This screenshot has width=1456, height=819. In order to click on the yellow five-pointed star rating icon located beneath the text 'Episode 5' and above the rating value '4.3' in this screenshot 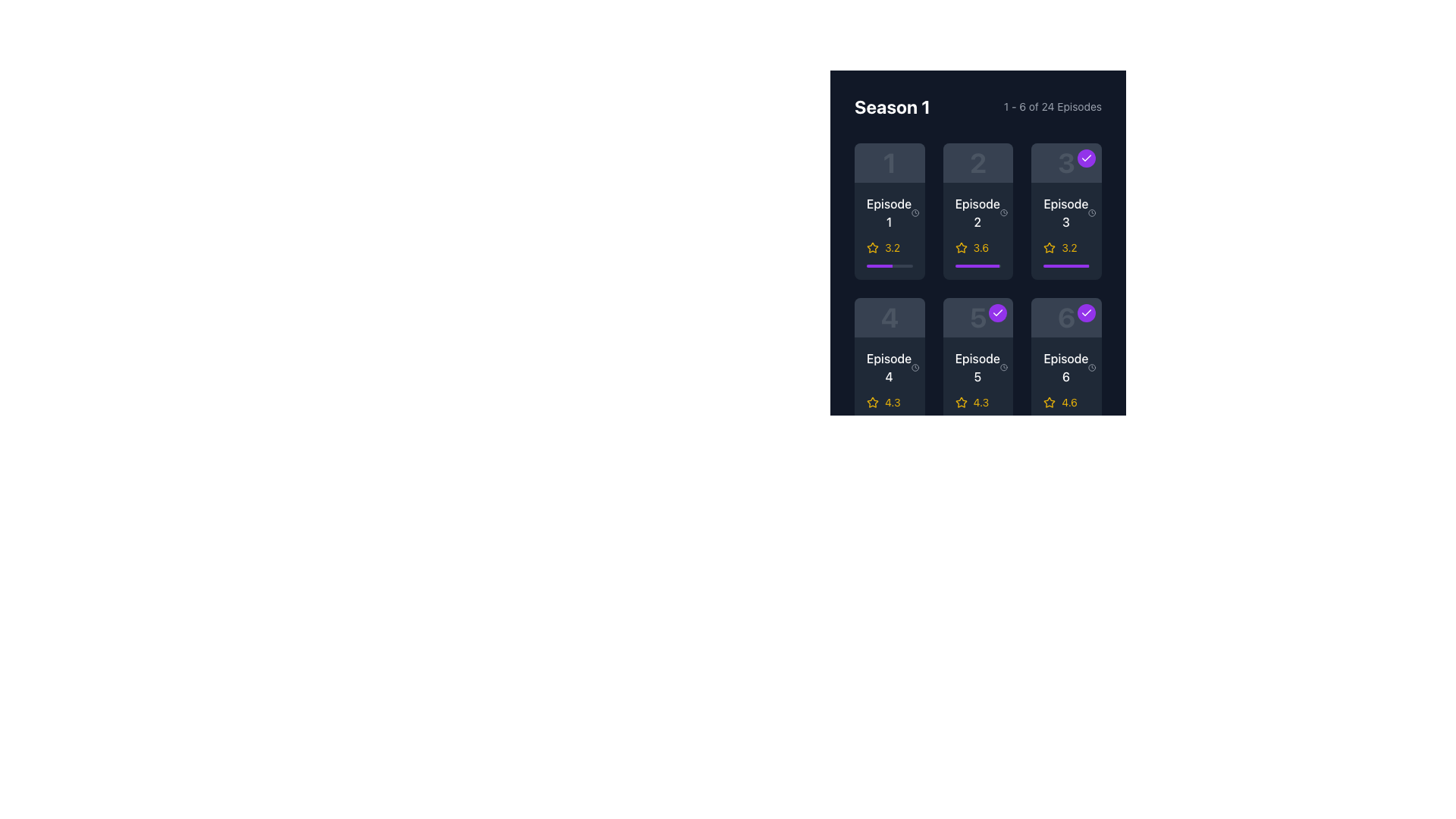, I will do `click(960, 401)`.